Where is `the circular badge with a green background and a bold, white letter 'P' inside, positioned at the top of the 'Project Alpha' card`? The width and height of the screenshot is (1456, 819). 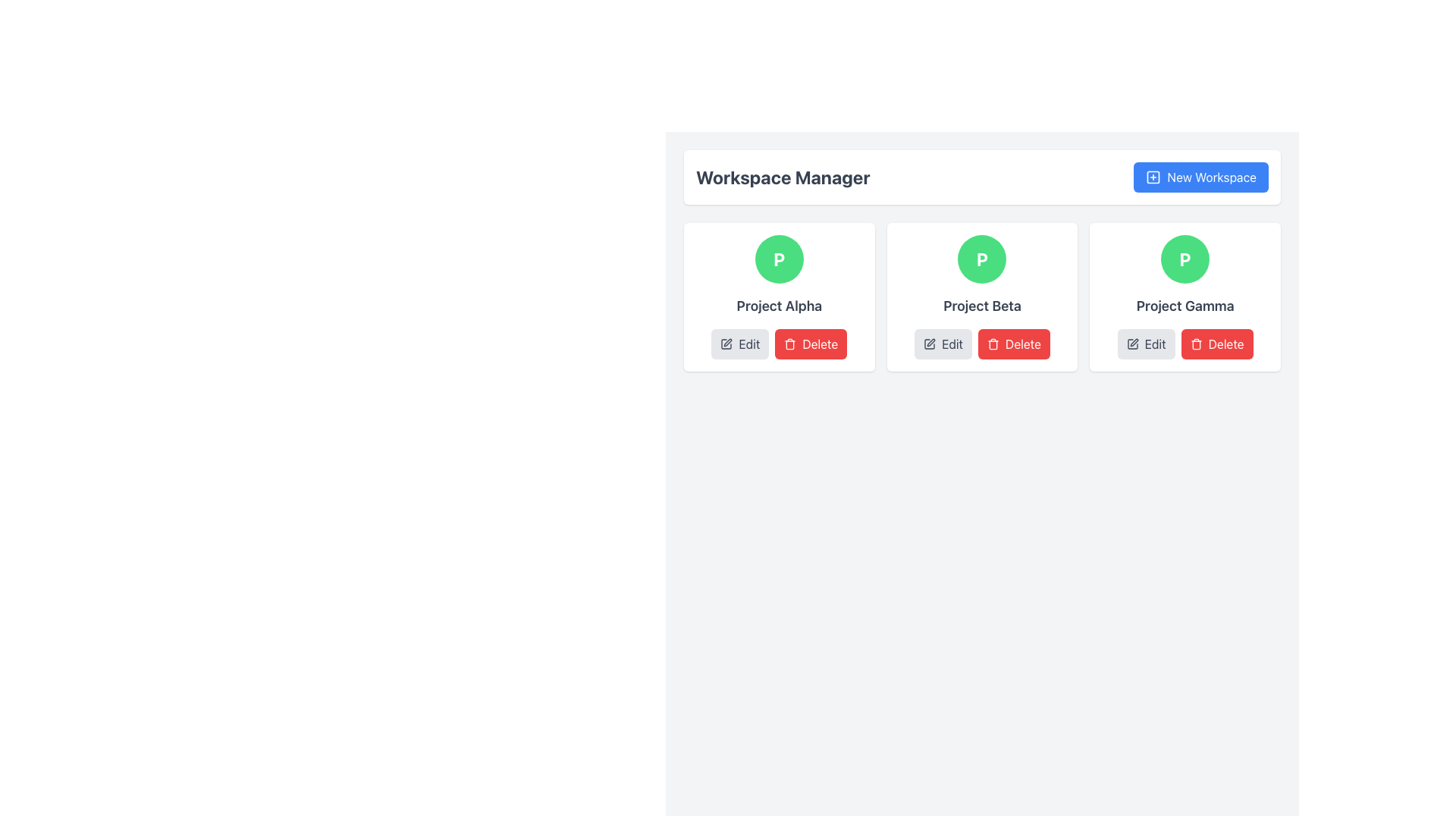 the circular badge with a green background and a bold, white letter 'P' inside, positioned at the top of the 'Project Alpha' card is located at coordinates (779, 259).